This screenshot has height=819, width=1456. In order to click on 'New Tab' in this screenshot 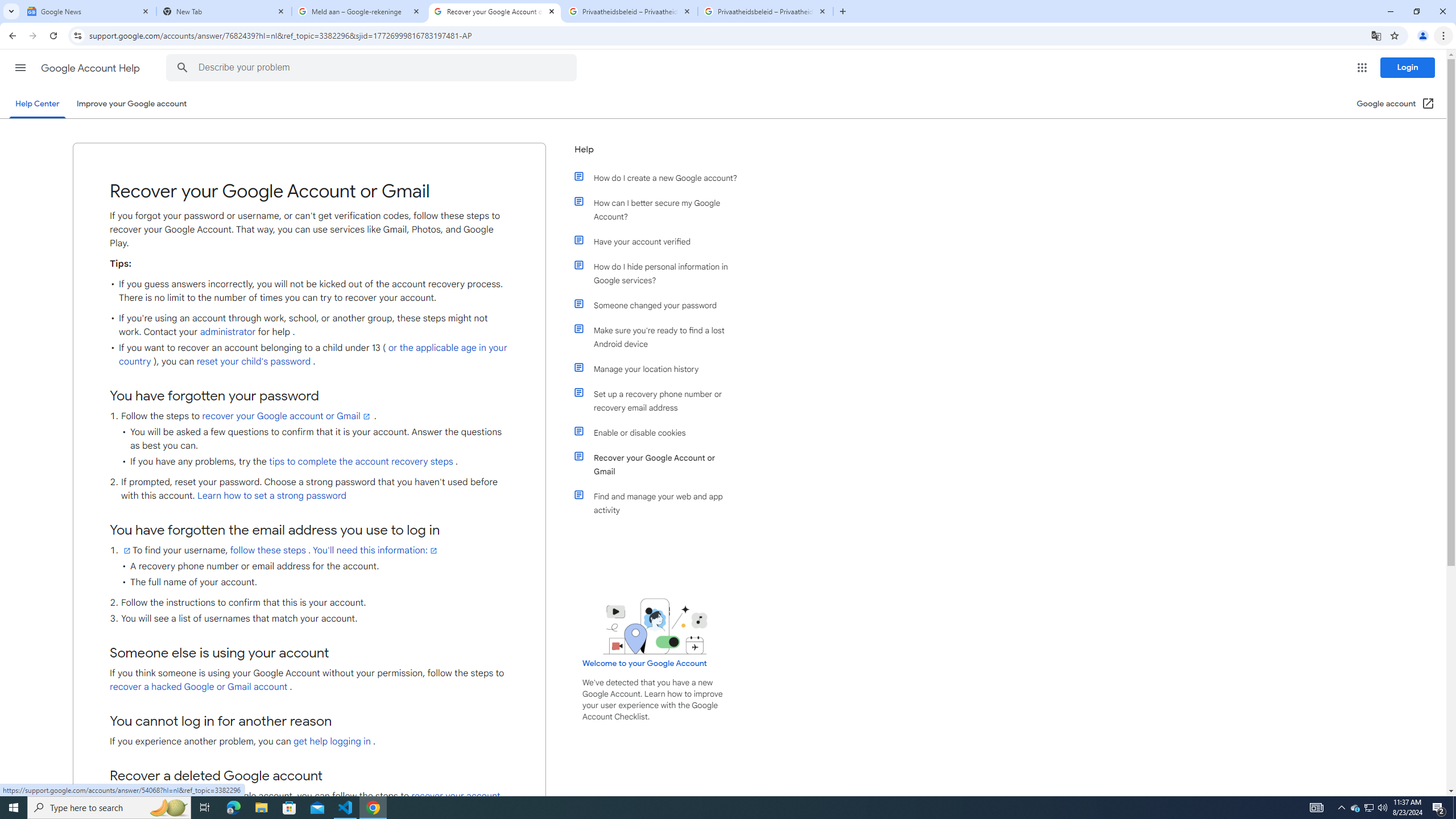, I will do `click(224, 11)`.